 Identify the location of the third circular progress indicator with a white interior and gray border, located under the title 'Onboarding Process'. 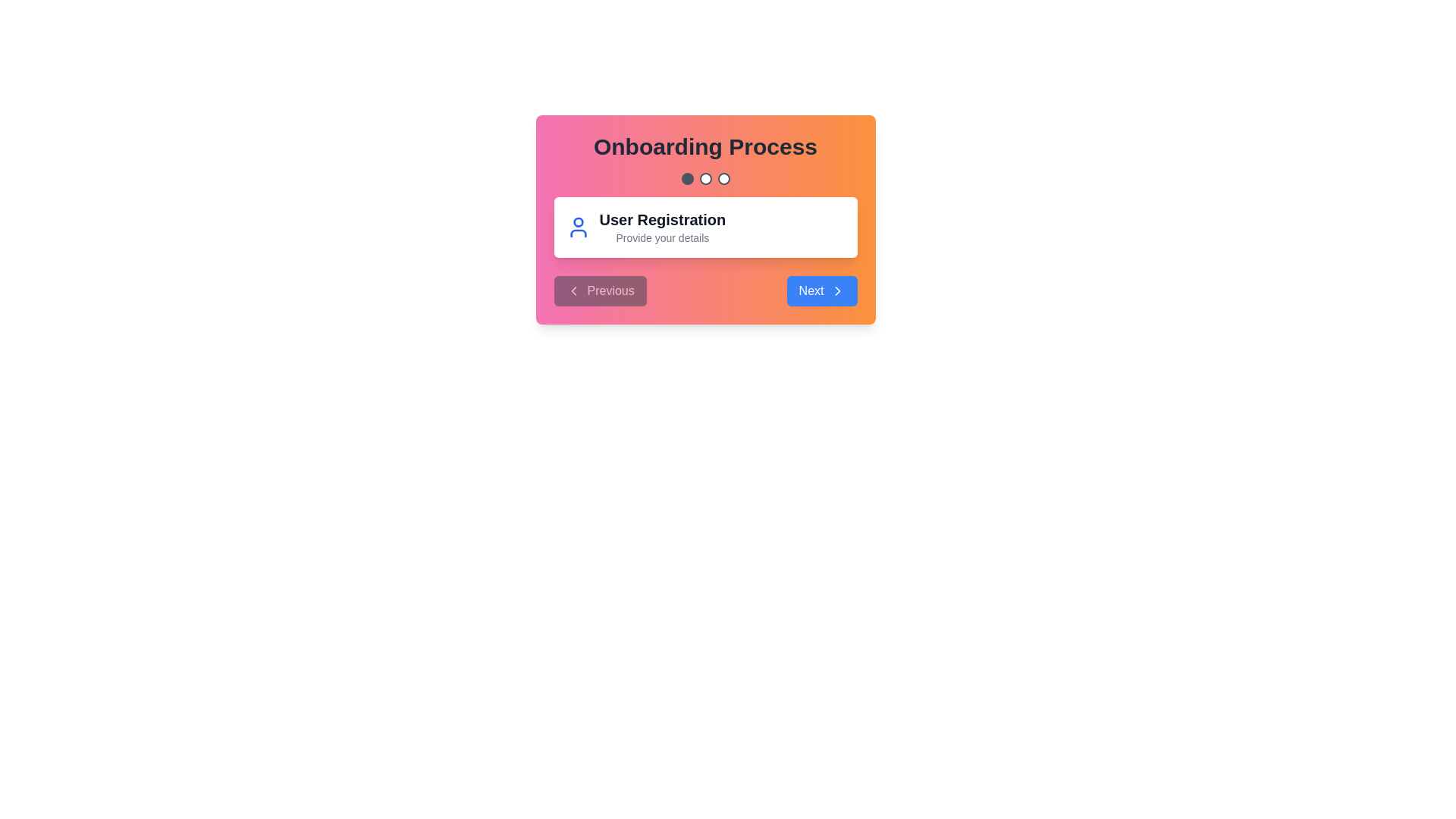
(723, 177).